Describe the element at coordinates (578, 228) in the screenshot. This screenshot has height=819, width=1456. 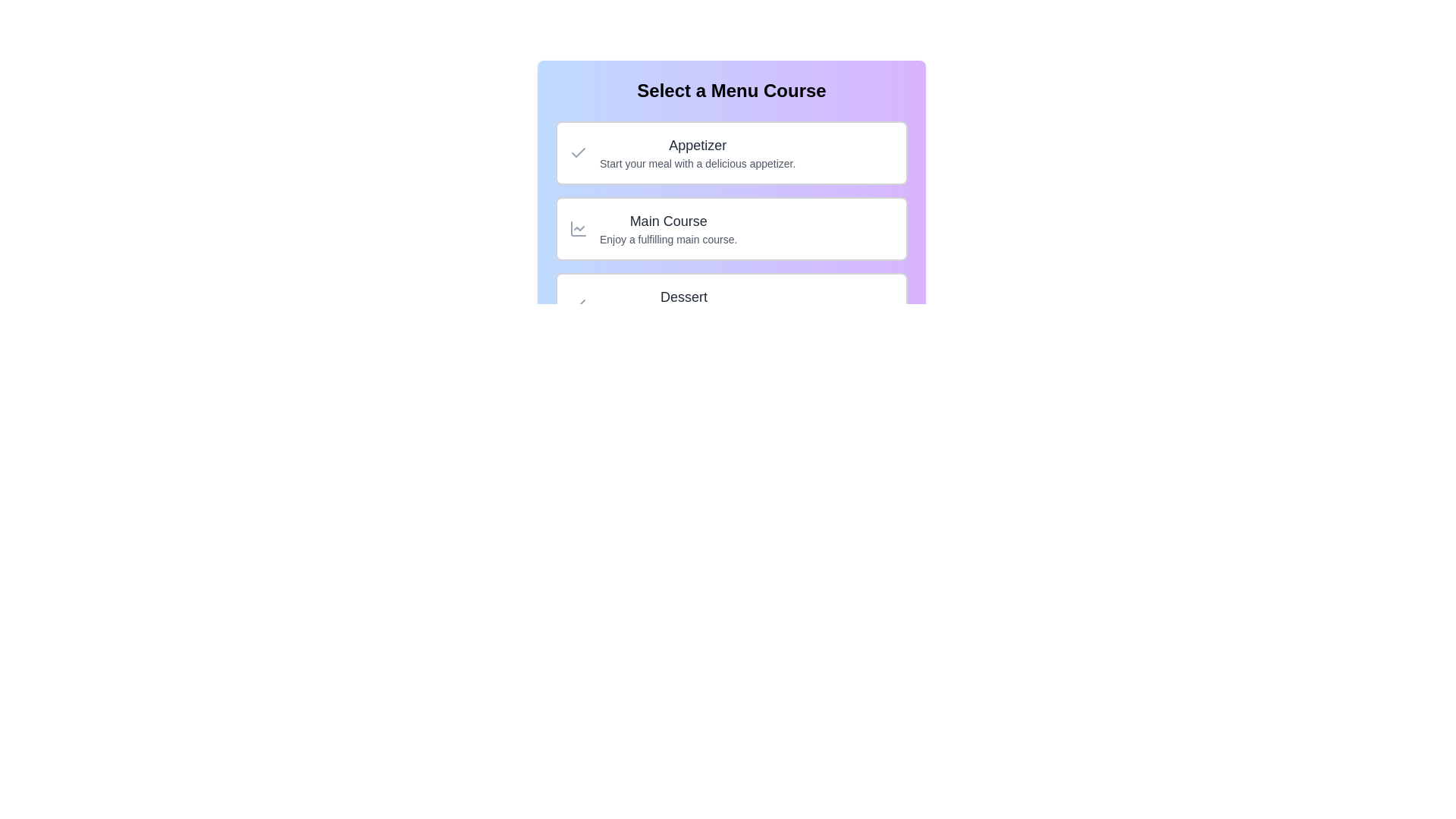
I see `the small gray icon in the second row of the menu course selection panel, which is adjacent to the 'Main Course' text` at that location.